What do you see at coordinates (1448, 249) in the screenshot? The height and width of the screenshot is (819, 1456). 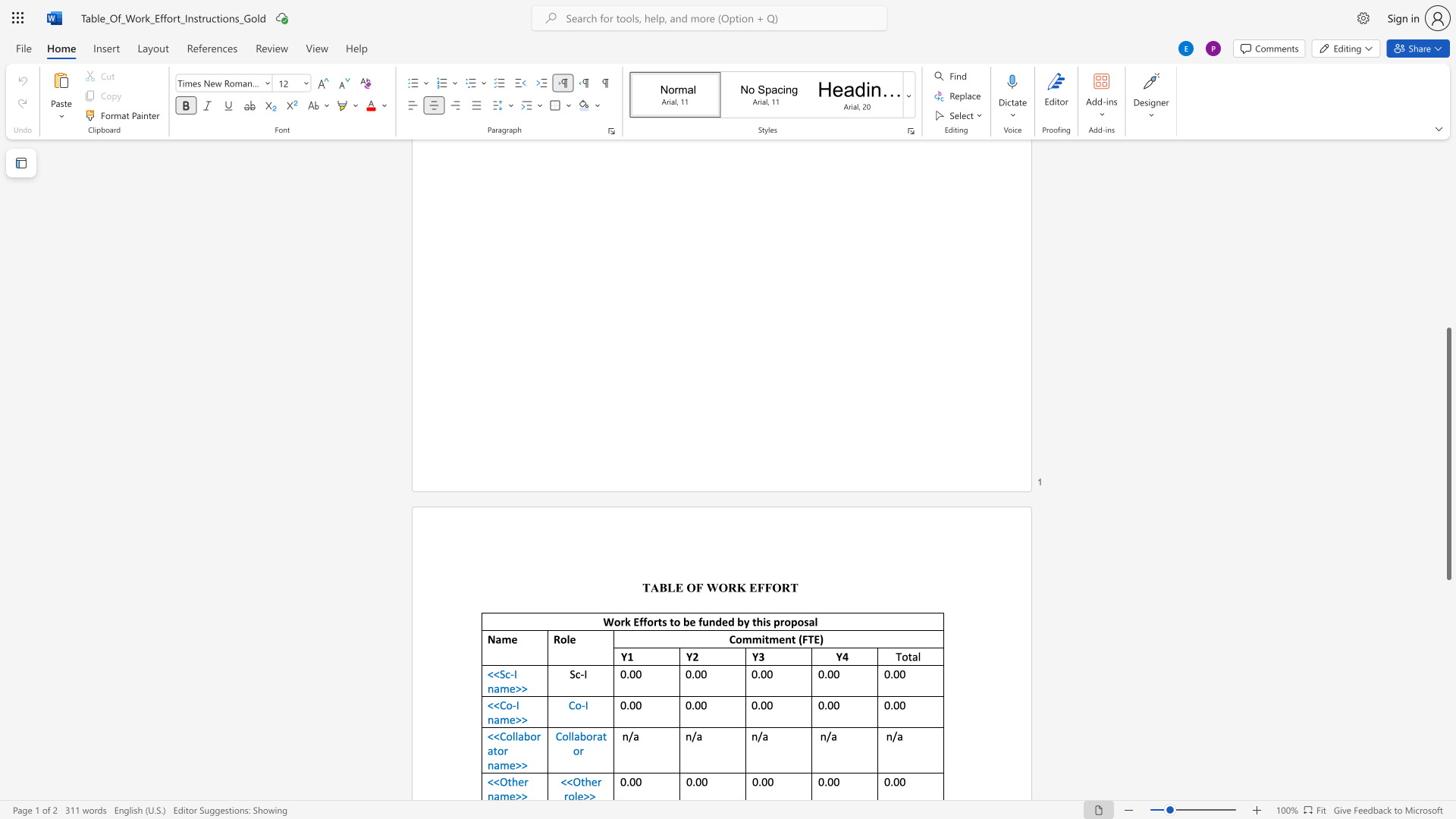 I see `the scrollbar to scroll the page up` at bounding box center [1448, 249].